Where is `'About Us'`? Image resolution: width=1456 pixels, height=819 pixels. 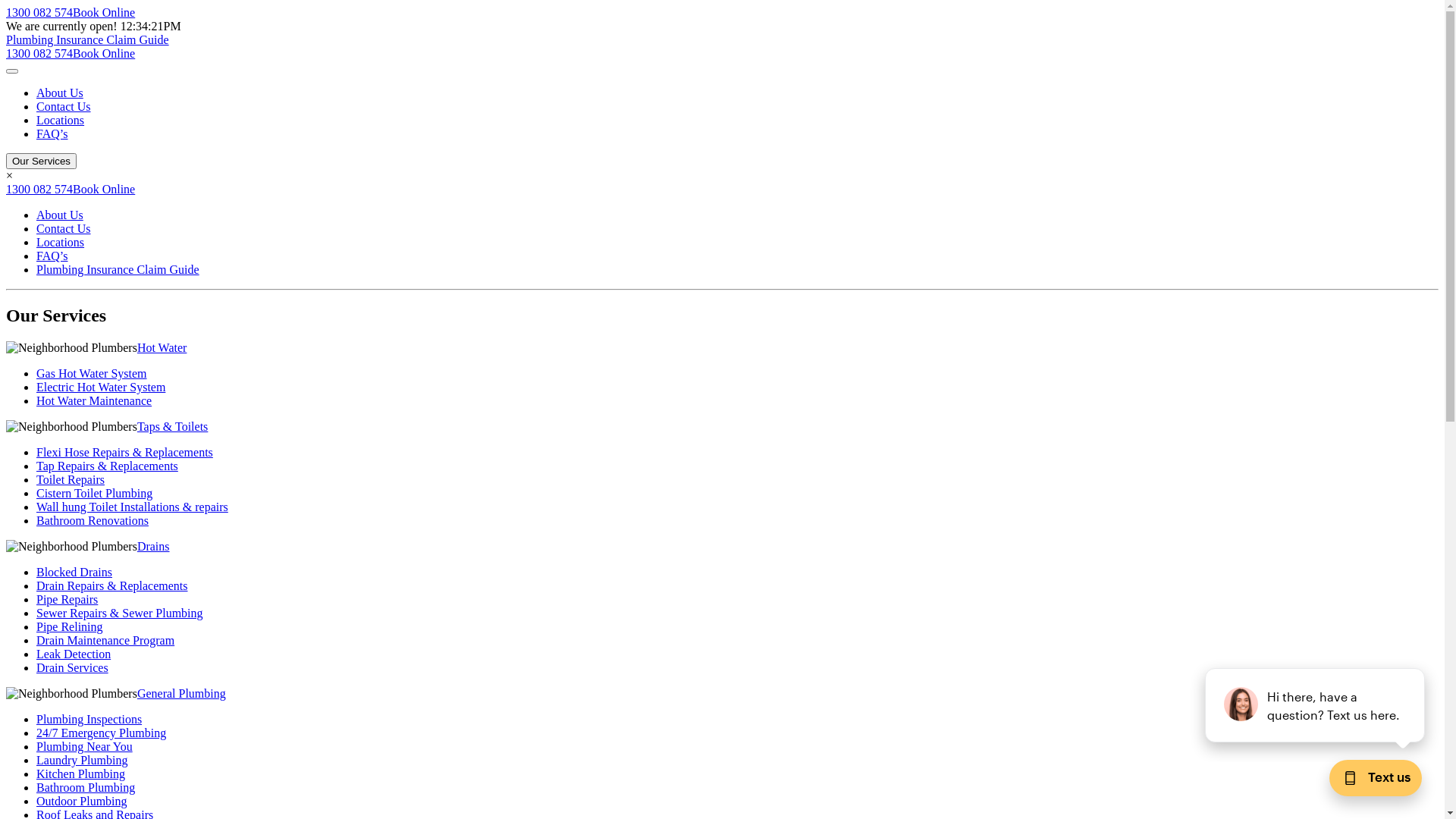
'About Us' is located at coordinates (59, 215).